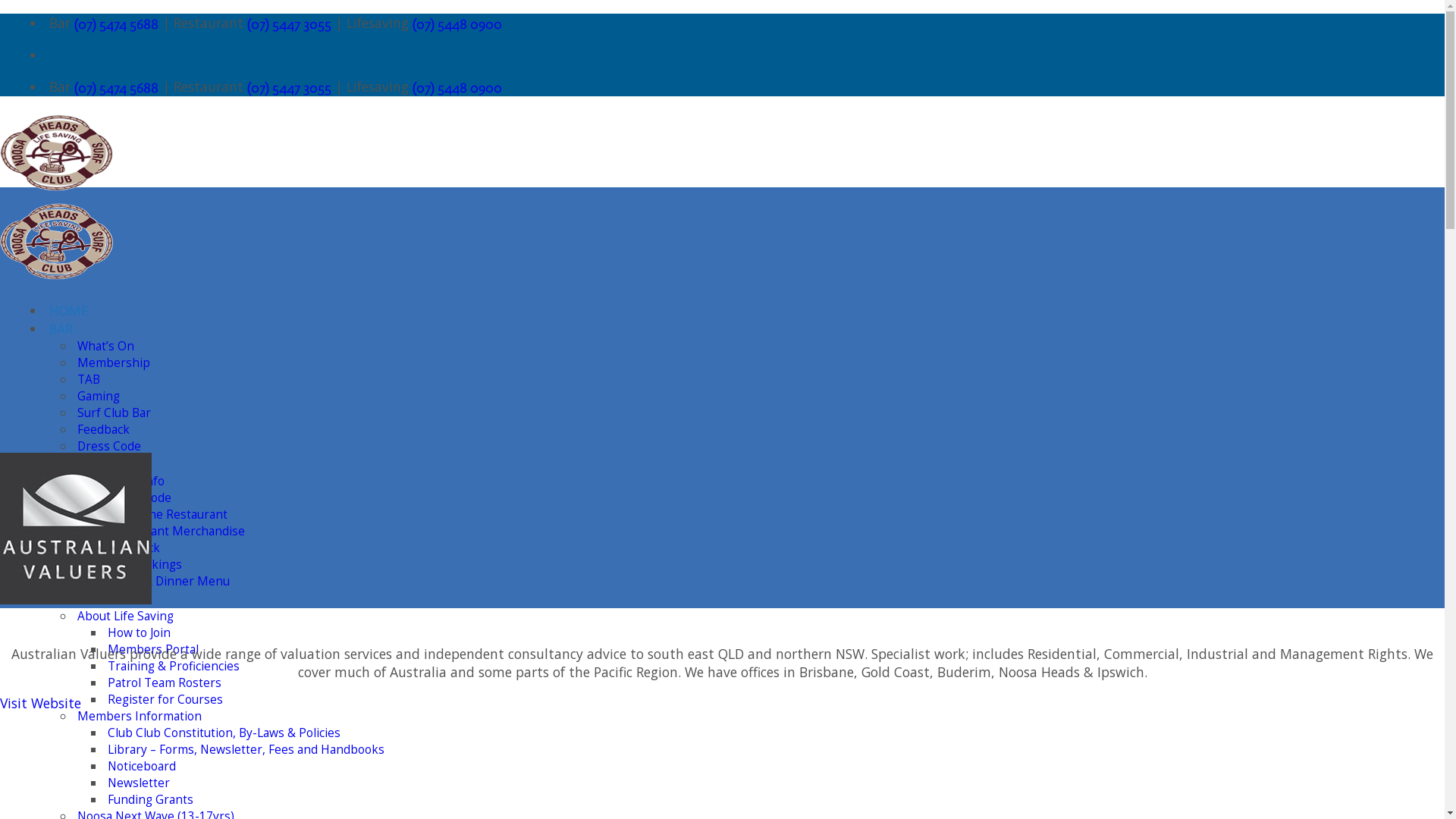 Image resolution: width=1456 pixels, height=819 pixels. What do you see at coordinates (150, 798) in the screenshot?
I see `'Funding Grants'` at bounding box center [150, 798].